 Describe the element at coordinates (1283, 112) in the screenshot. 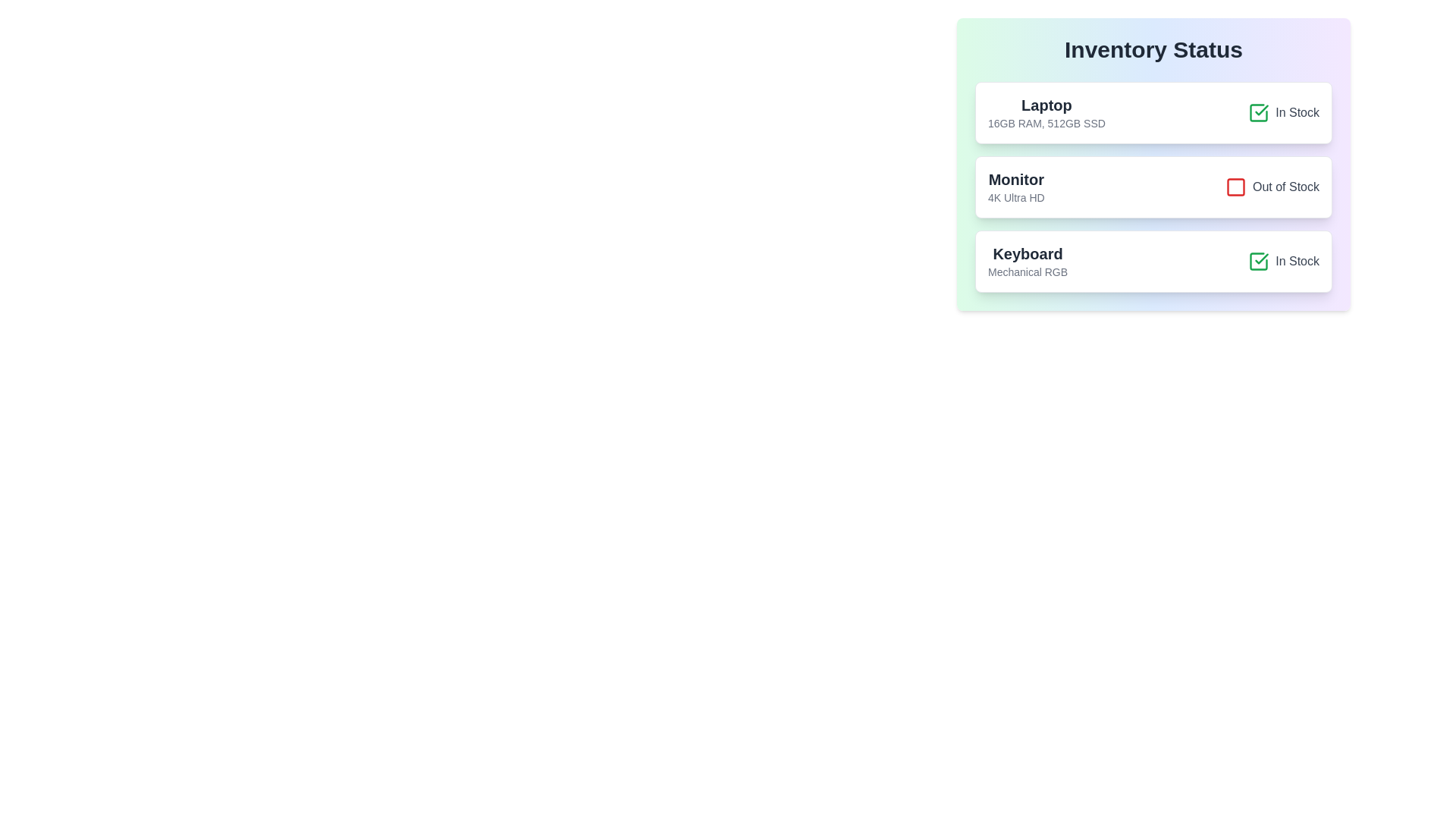

I see `the availability status label indicating 'In Stock' for the Laptop product located on the right side of the first row in the inventory status list` at that location.